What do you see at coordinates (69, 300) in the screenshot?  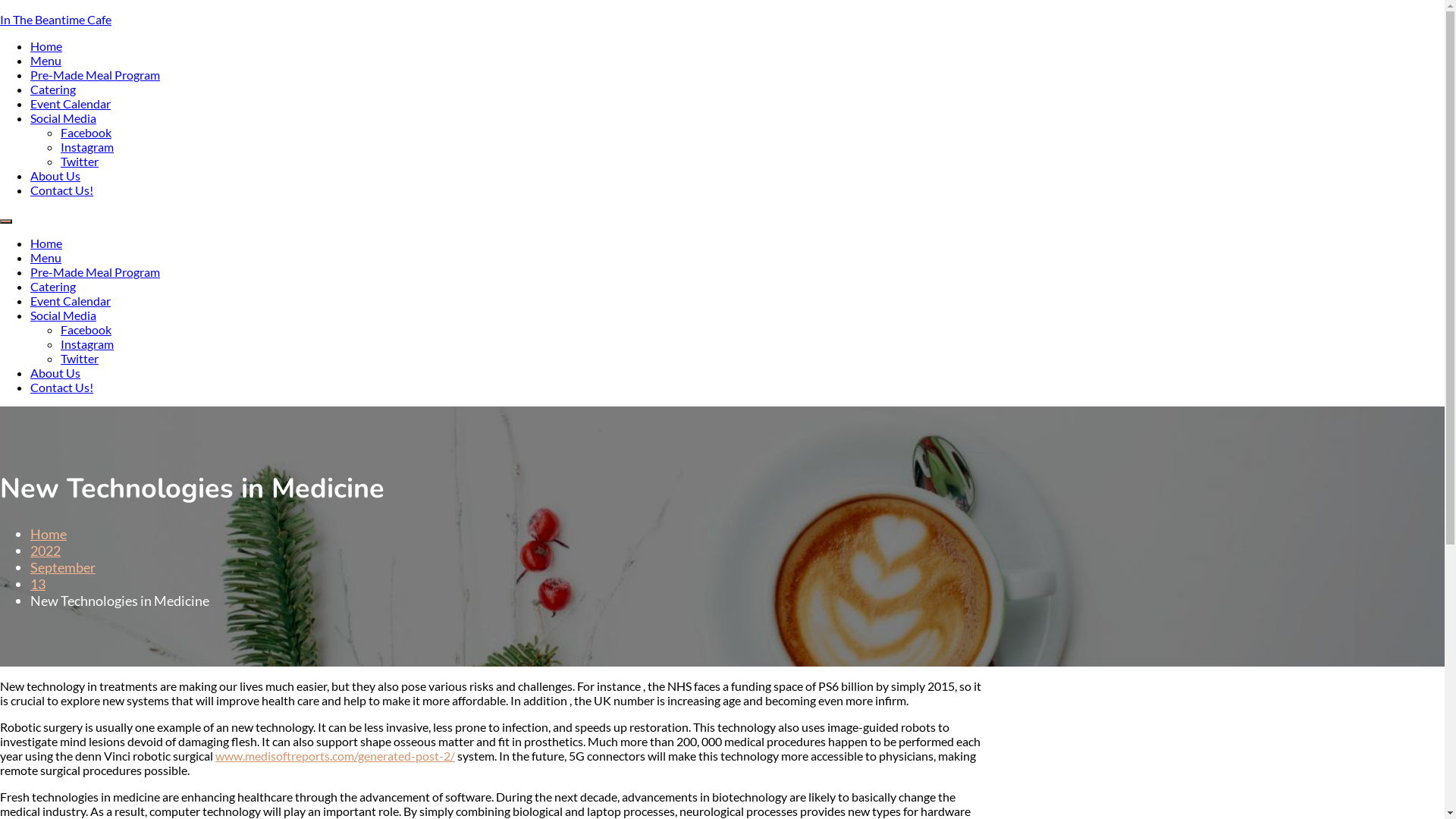 I see `'Event Calendar'` at bounding box center [69, 300].